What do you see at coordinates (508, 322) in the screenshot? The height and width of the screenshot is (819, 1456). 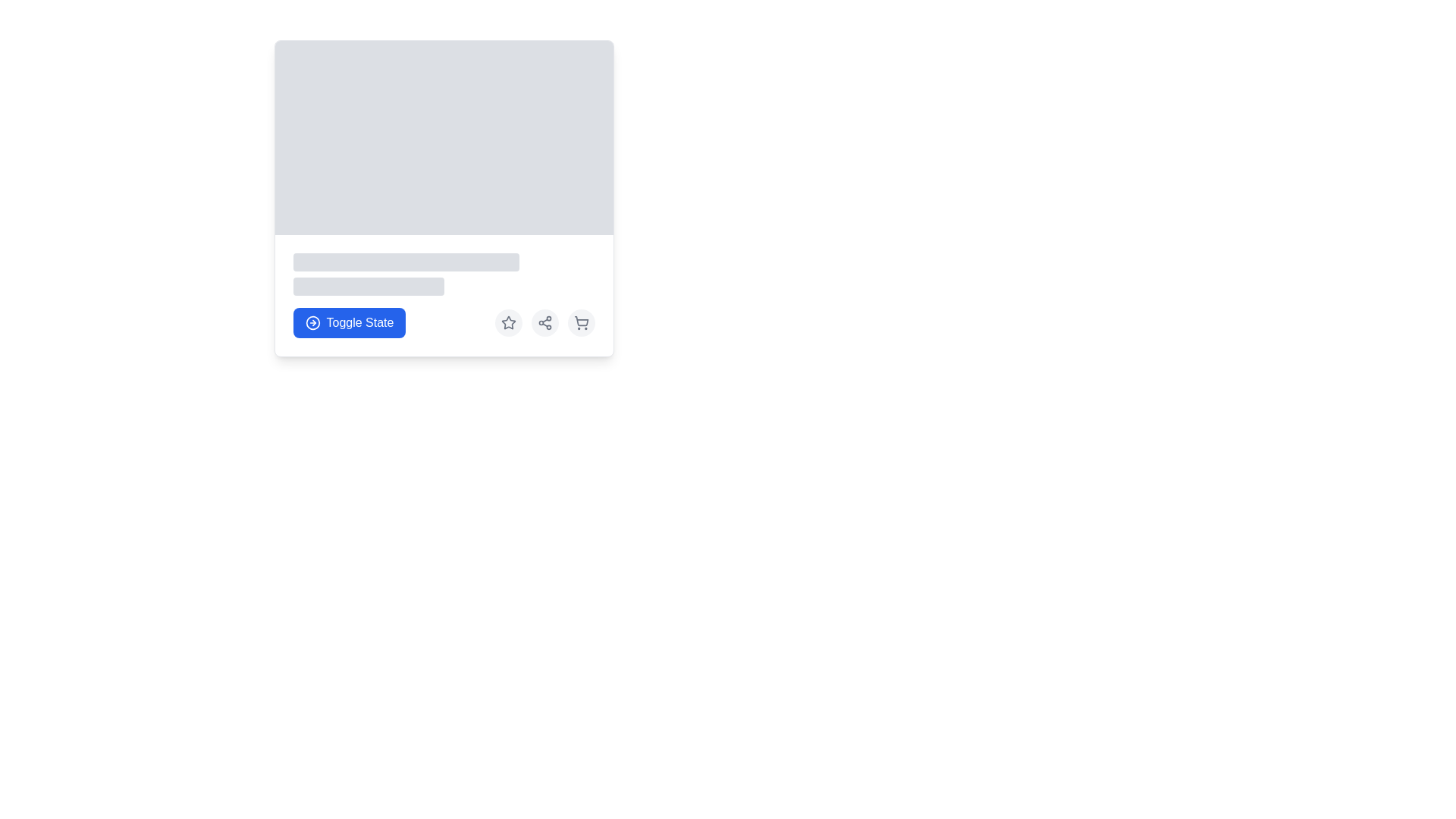 I see `the first circular button with a gray background and a star icon to mark the item as favorite` at bounding box center [508, 322].